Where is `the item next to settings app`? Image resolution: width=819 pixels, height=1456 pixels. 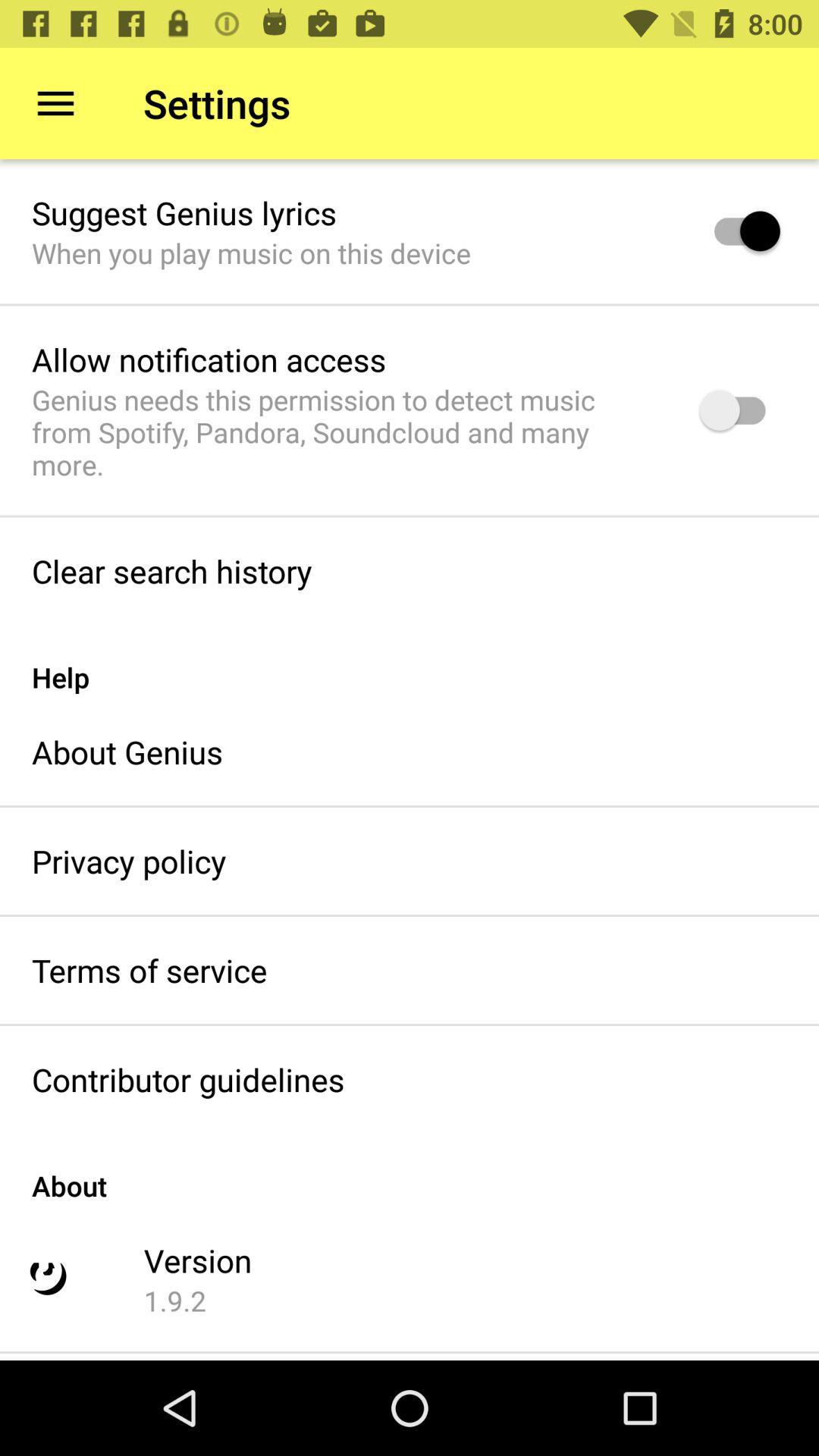
the item next to settings app is located at coordinates (55, 102).